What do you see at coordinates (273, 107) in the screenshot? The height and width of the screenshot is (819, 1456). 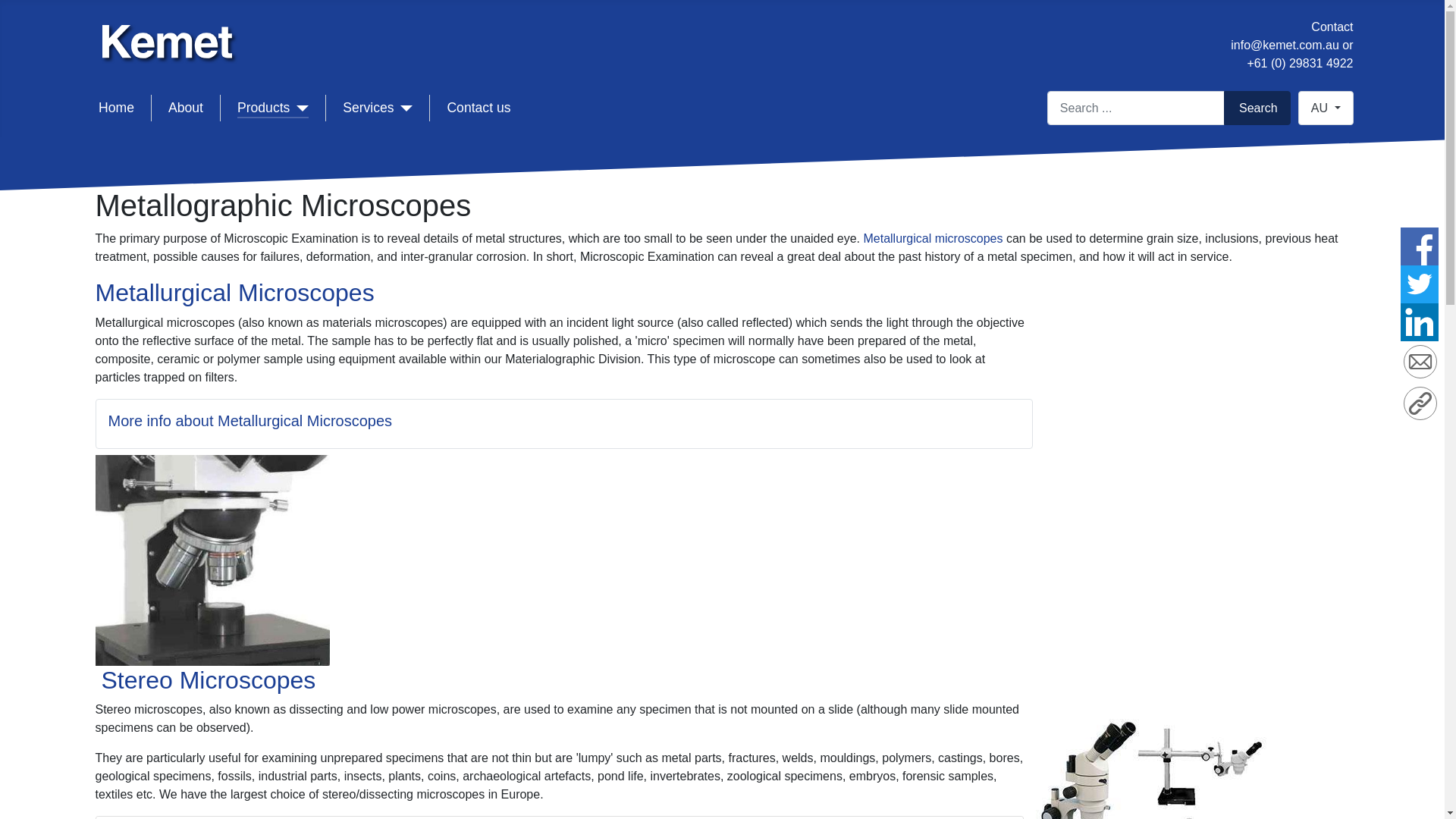 I see `'Products'` at bounding box center [273, 107].